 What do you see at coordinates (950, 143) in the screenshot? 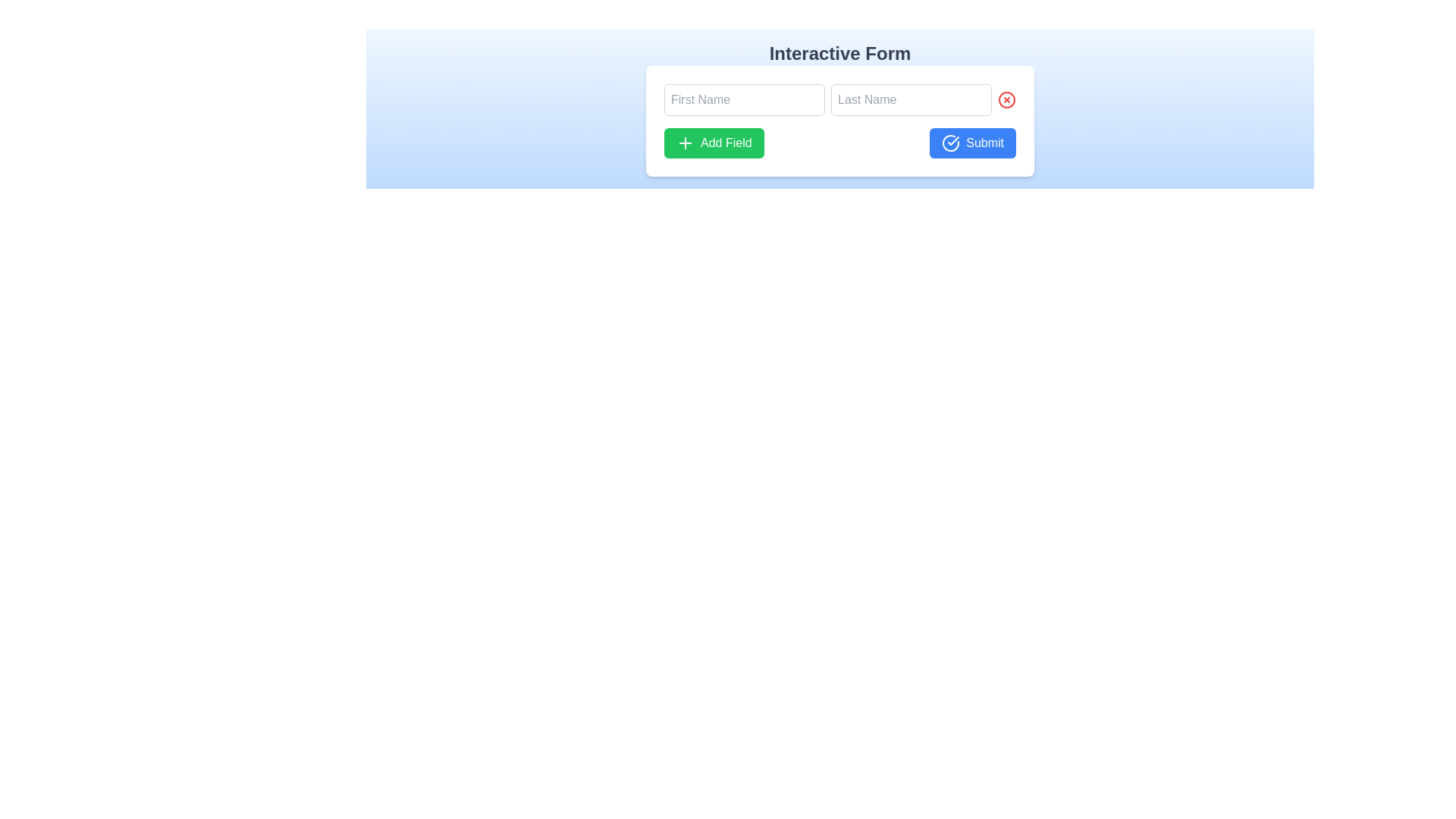
I see `the circular icon with a checkmark inside, which is styled with a blue background and white outline, located on the left side of the 'Submit' button` at bounding box center [950, 143].